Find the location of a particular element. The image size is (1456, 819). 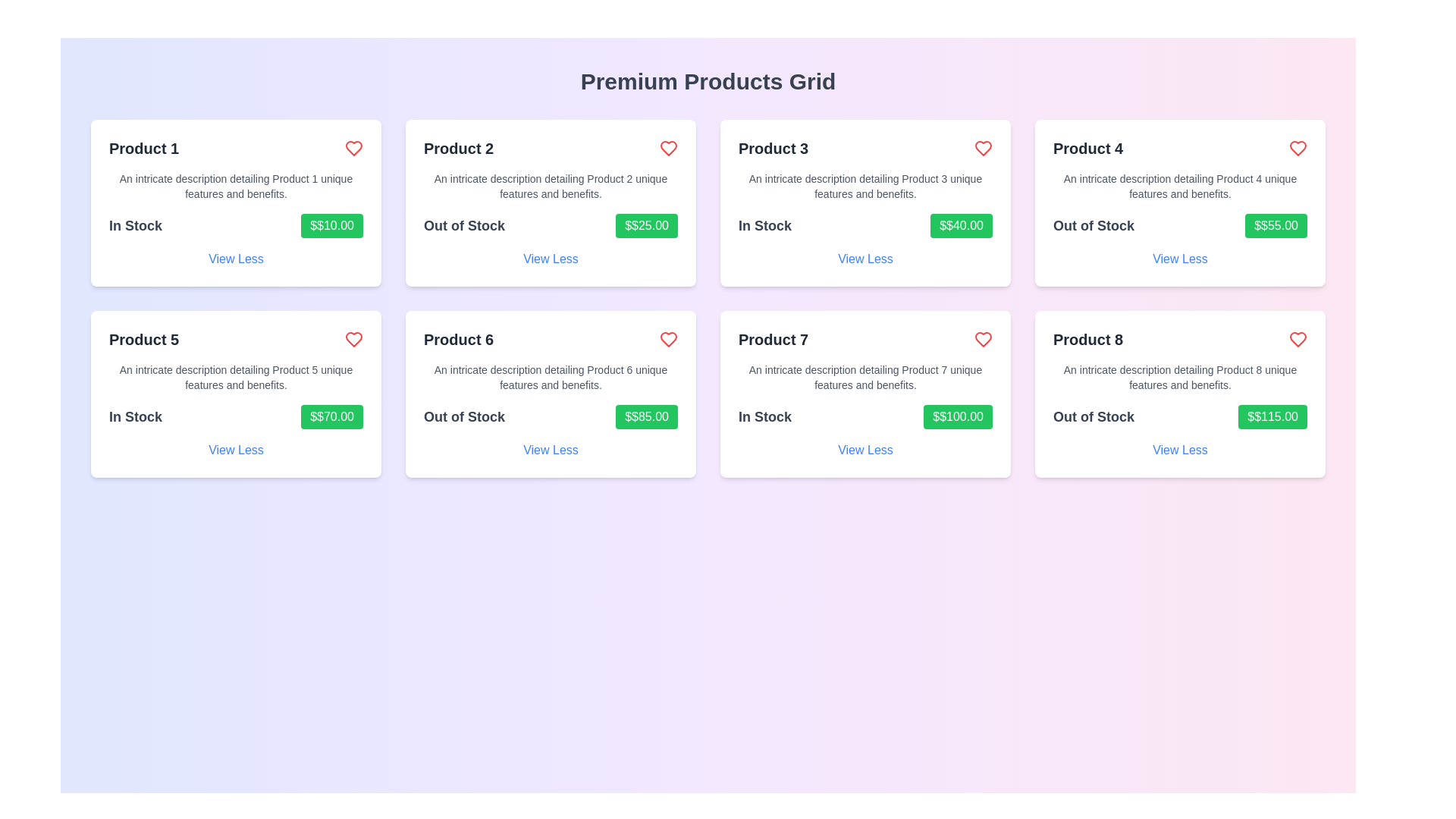

the sixth product card in the e-commerce interface is located at coordinates (550, 394).